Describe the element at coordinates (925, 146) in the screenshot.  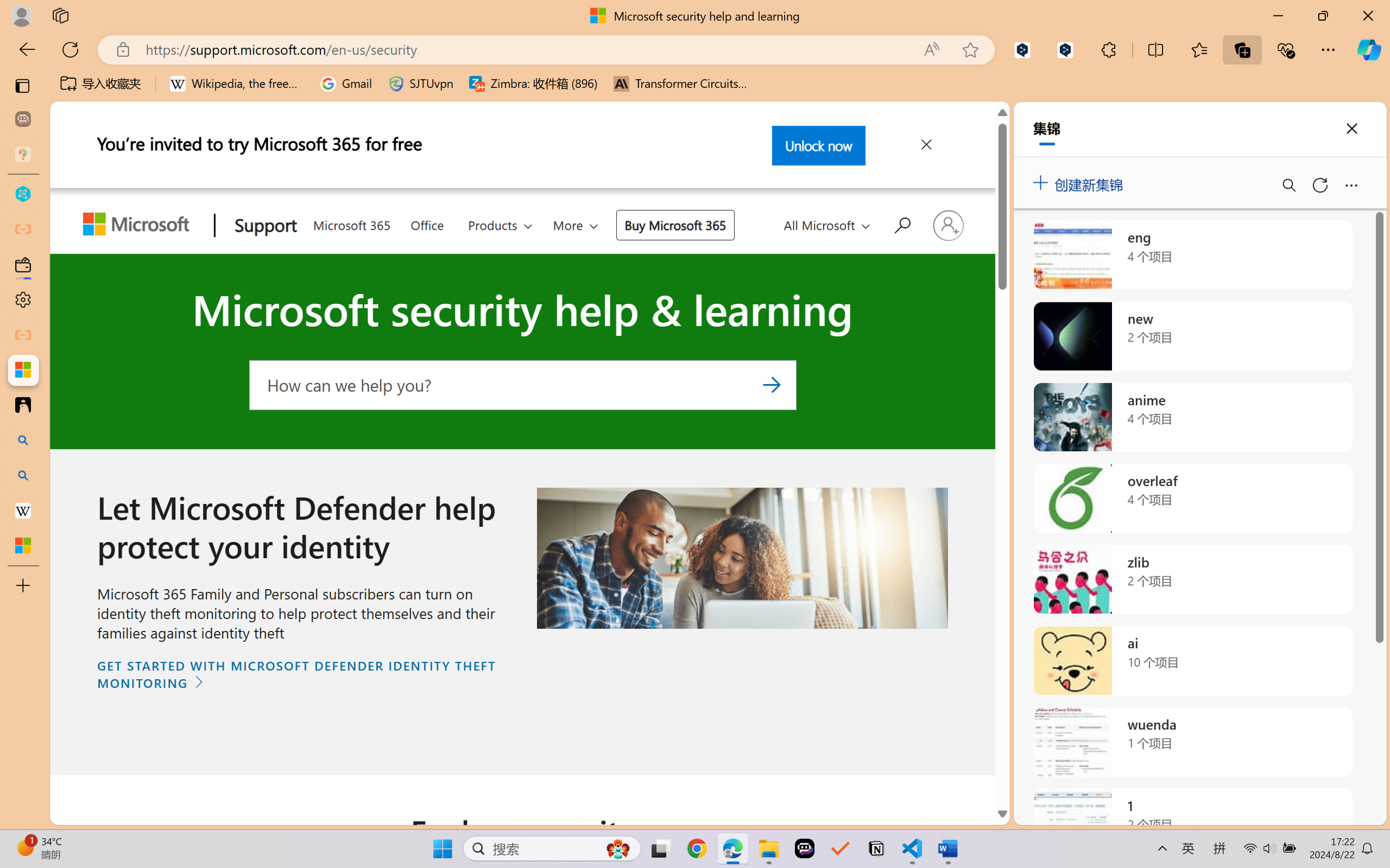
I see `'Close Ad'` at that location.